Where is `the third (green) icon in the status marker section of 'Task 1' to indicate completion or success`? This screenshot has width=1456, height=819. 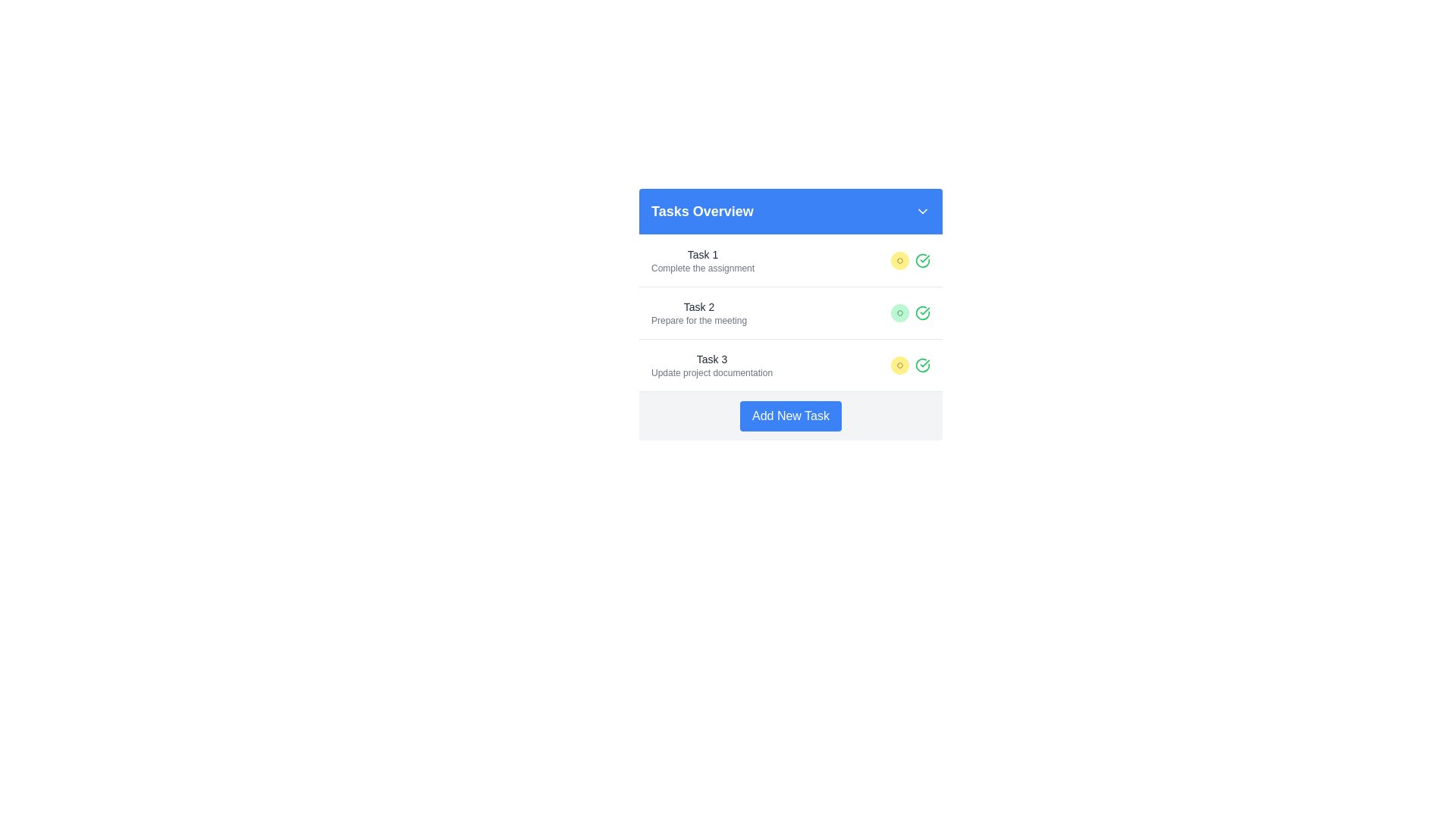 the third (green) icon in the status marker section of 'Task 1' to indicate completion or success is located at coordinates (922, 259).